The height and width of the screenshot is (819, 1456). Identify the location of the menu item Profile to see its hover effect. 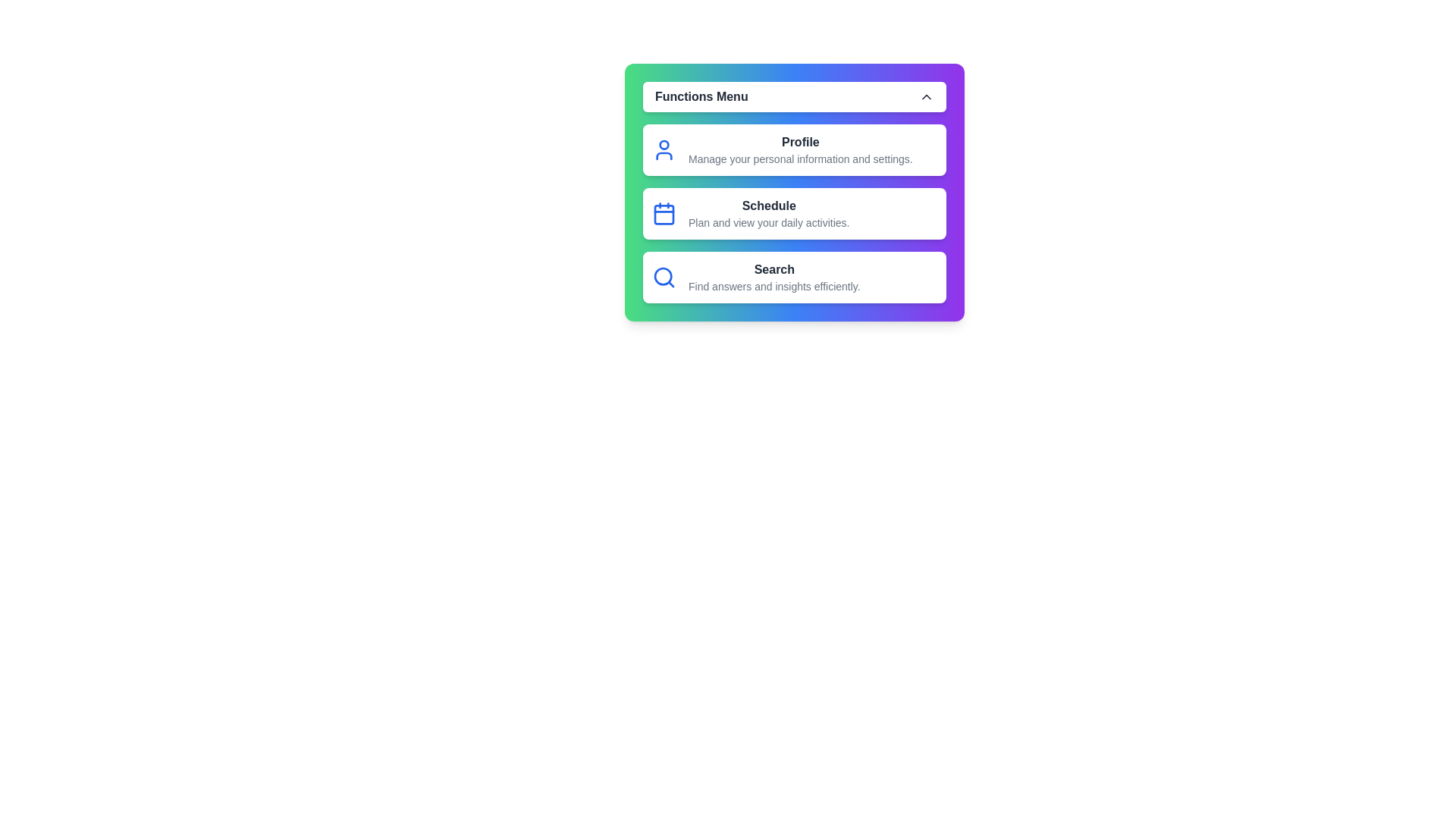
(793, 149).